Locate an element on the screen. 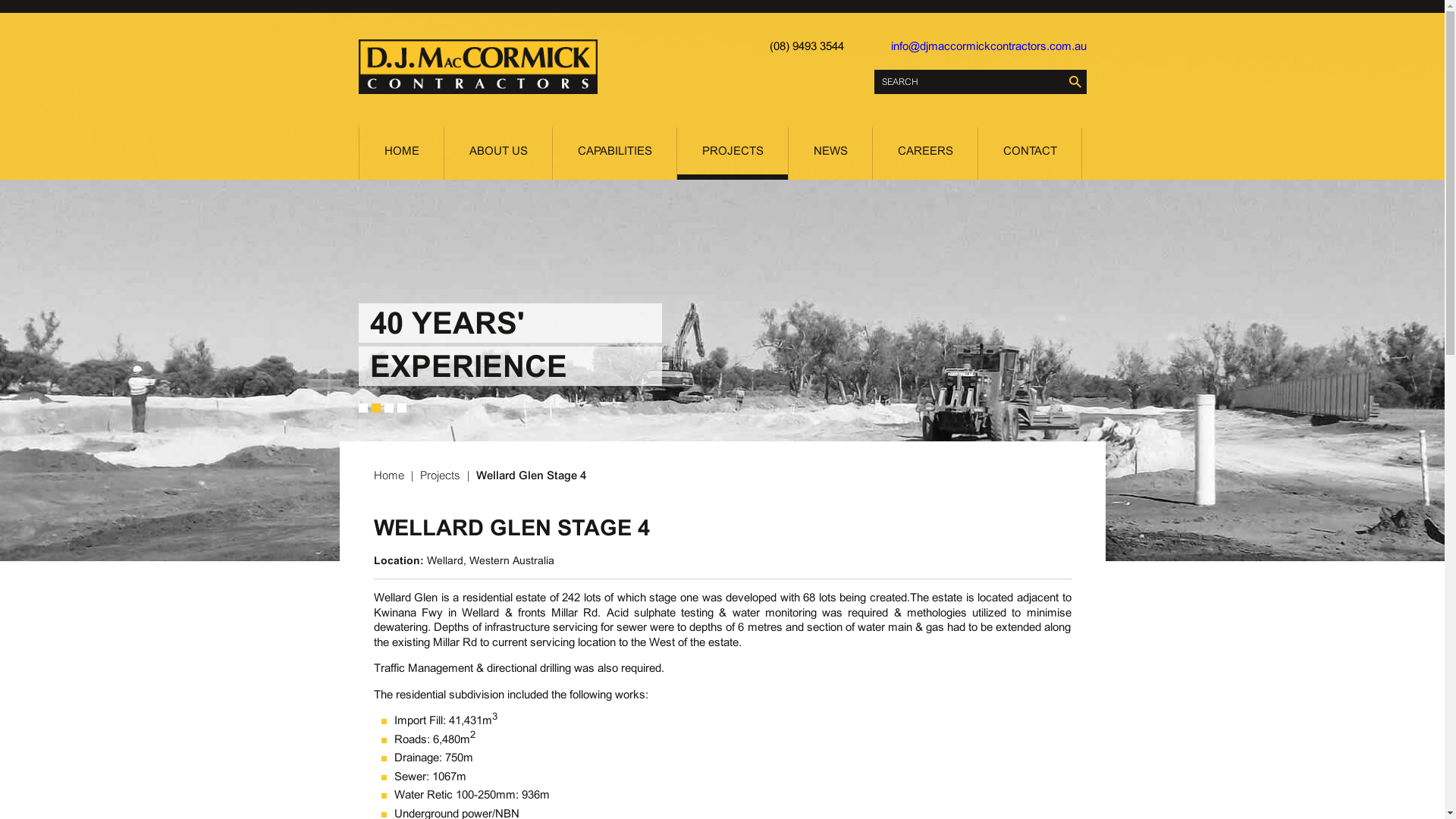 The height and width of the screenshot is (819, 1456). 'HOME' is located at coordinates (401, 153).